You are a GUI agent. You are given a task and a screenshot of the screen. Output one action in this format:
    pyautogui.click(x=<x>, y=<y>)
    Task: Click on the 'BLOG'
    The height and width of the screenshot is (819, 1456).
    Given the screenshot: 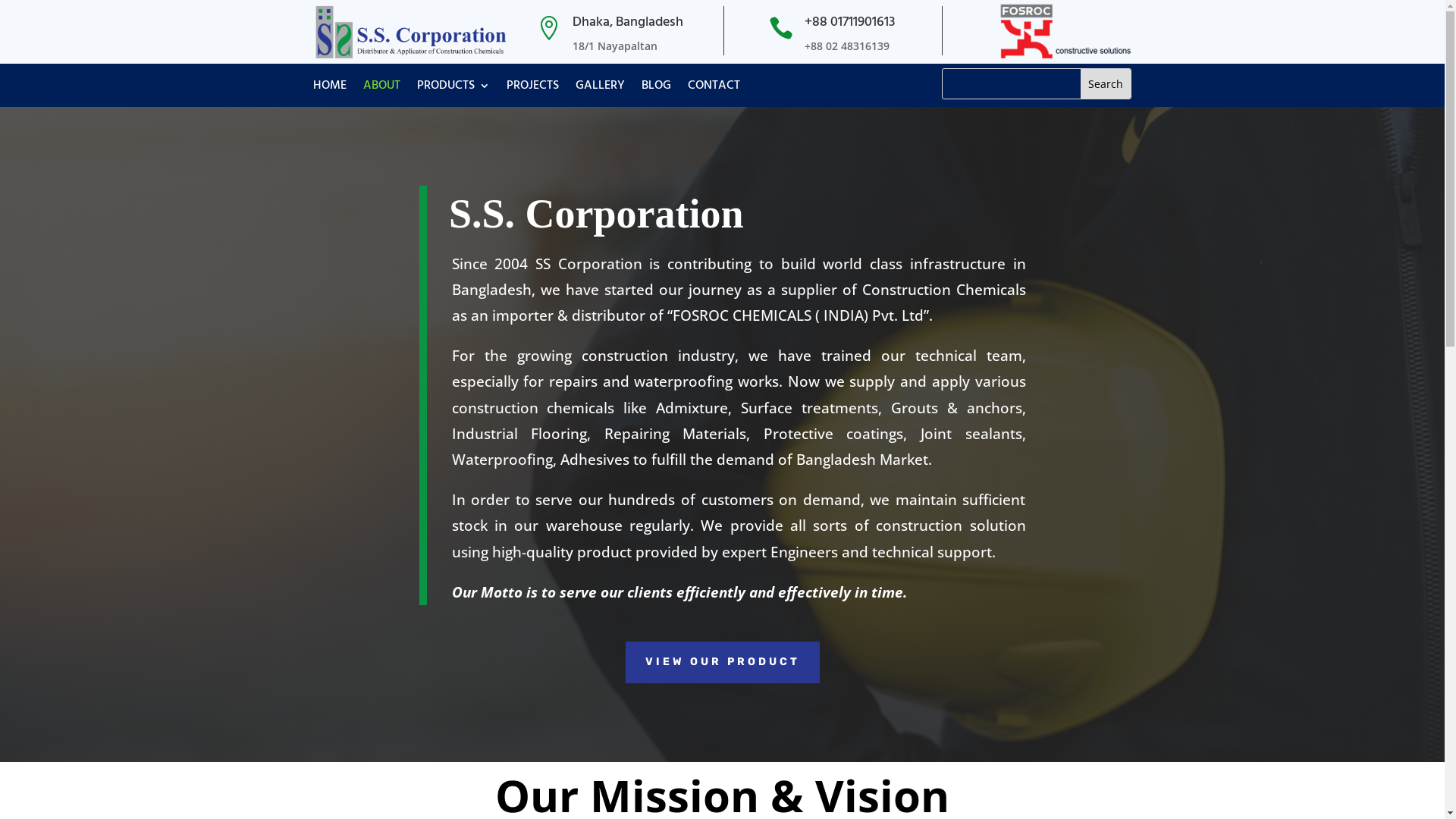 What is the action you would take?
    pyautogui.click(x=656, y=88)
    